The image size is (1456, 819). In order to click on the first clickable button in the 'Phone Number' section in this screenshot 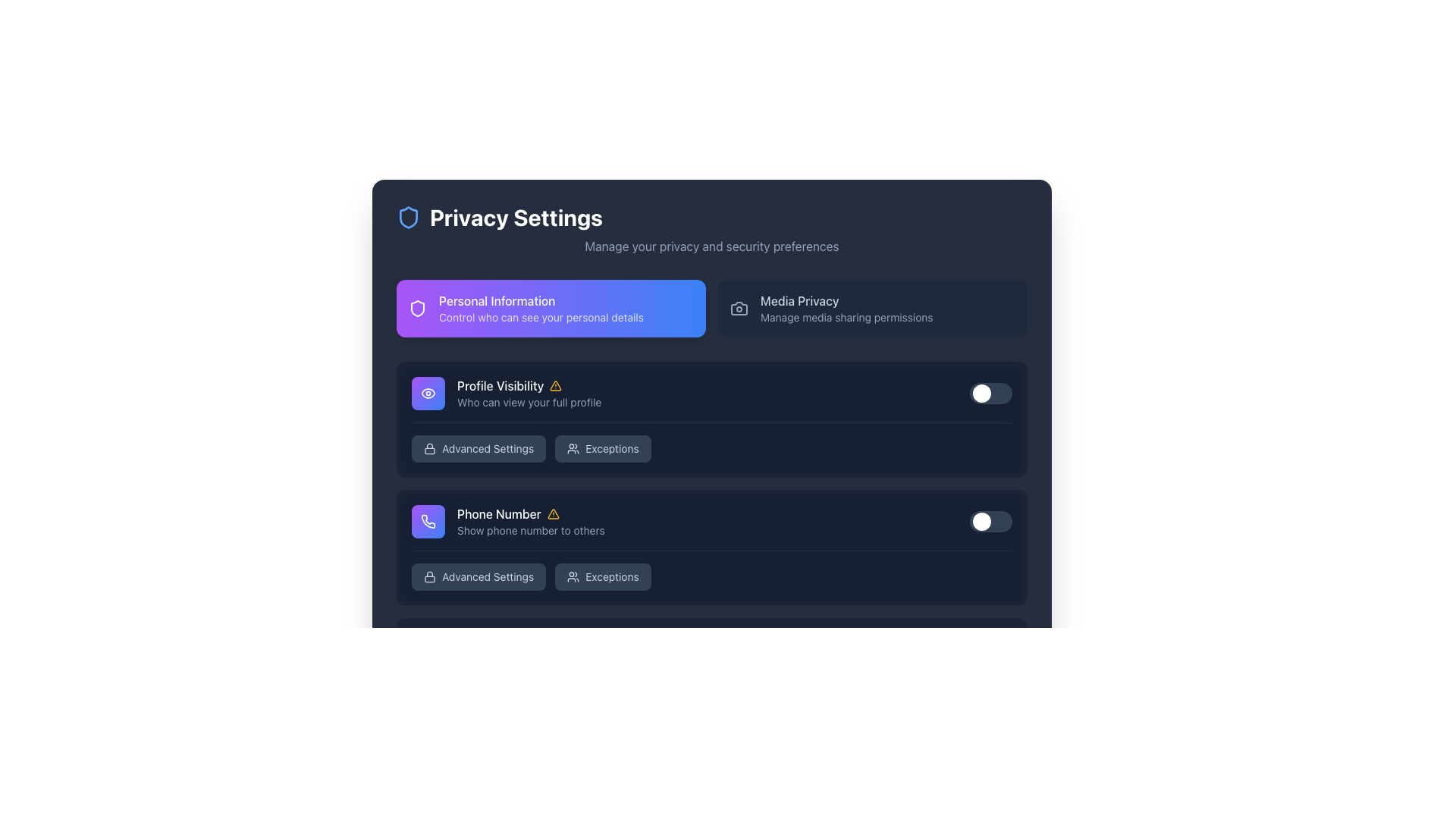, I will do `click(478, 576)`.